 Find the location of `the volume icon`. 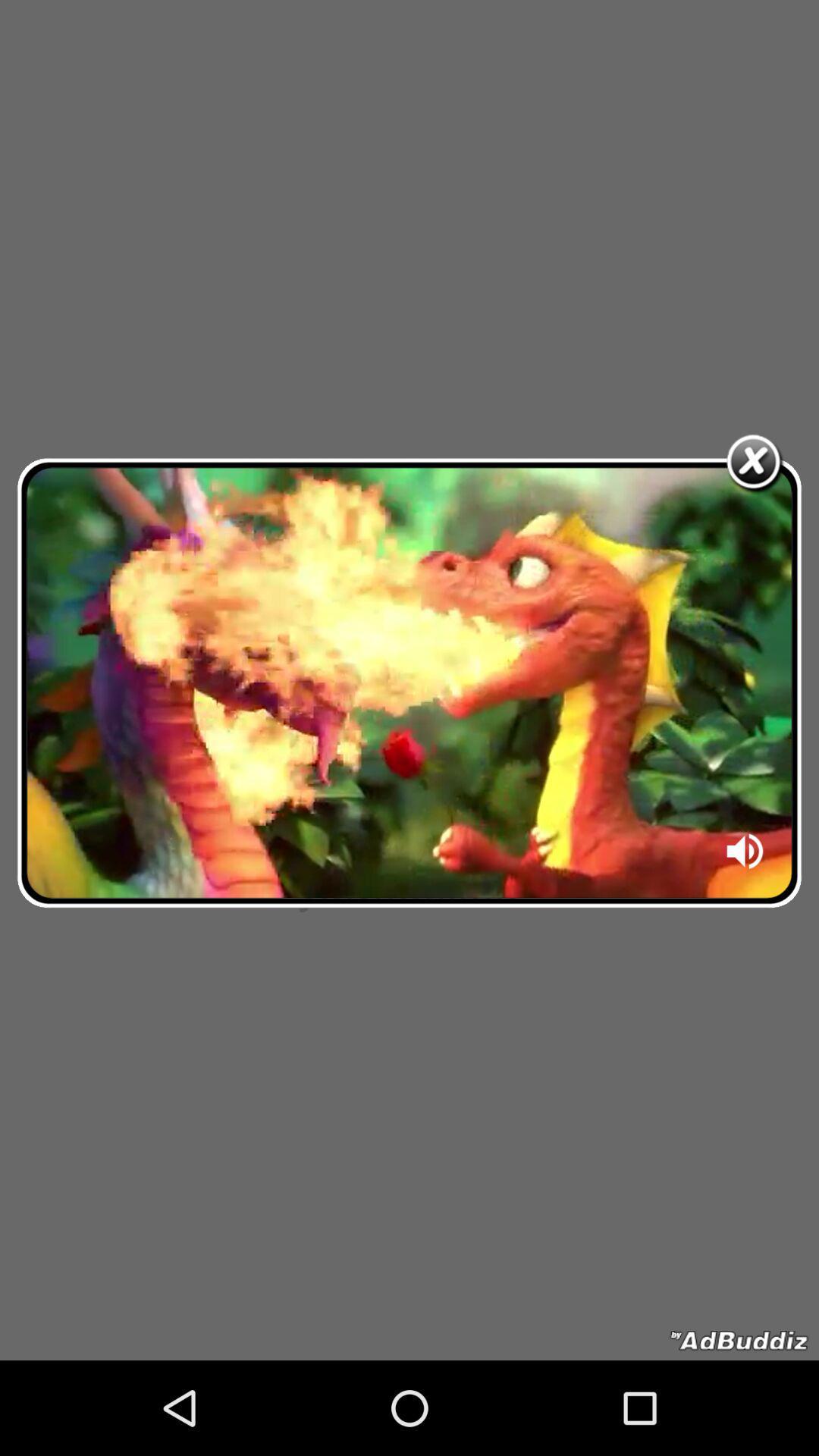

the volume icon is located at coordinates (745, 856).